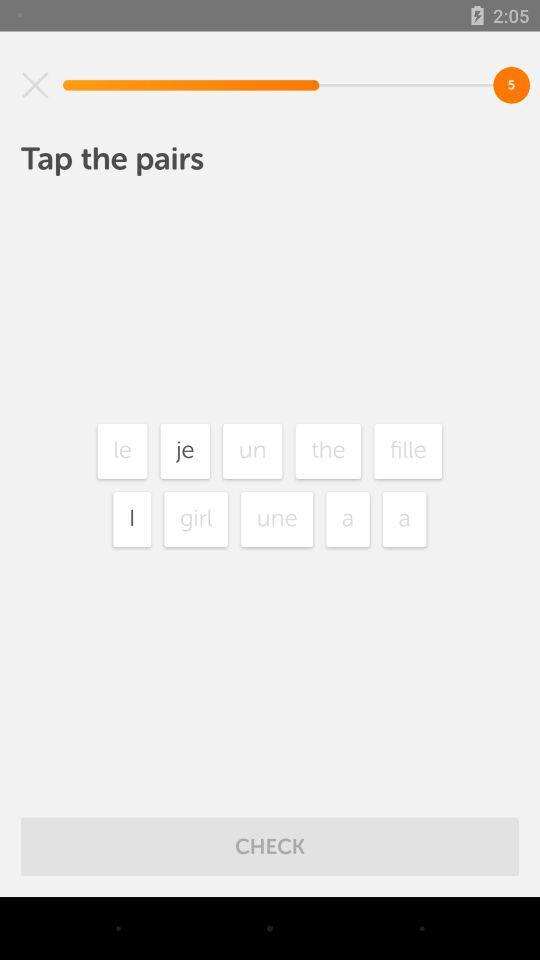  What do you see at coordinates (185, 451) in the screenshot?
I see `the icon to the right of le item` at bounding box center [185, 451].